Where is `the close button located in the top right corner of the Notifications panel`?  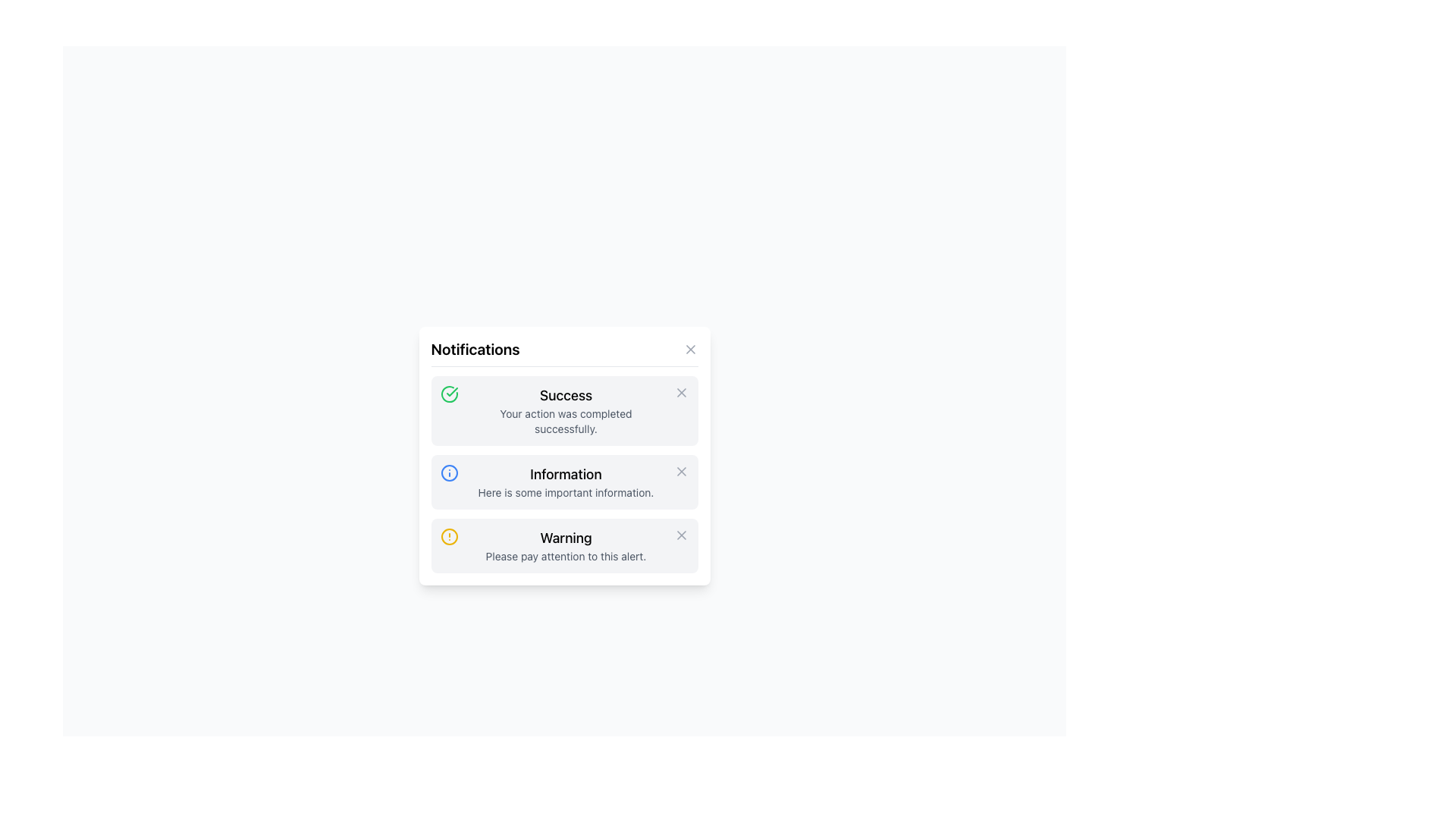
the close button located in the top right corner of the Notifications panel is located at coordinates (689, 349).